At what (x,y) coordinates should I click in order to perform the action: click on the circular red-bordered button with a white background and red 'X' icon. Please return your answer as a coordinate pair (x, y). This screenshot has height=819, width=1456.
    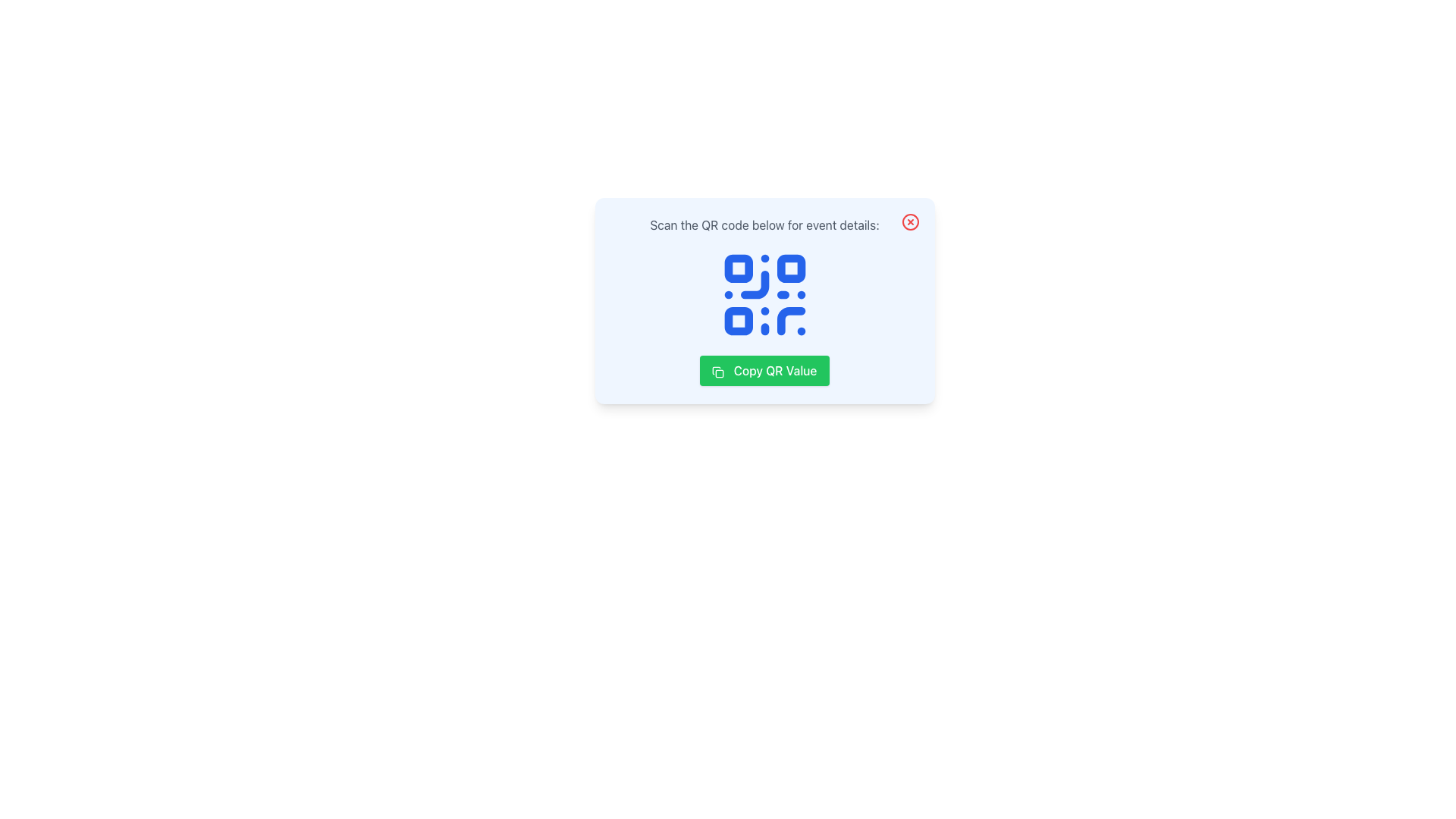
    Looking at the image, I should click on (910, 222).